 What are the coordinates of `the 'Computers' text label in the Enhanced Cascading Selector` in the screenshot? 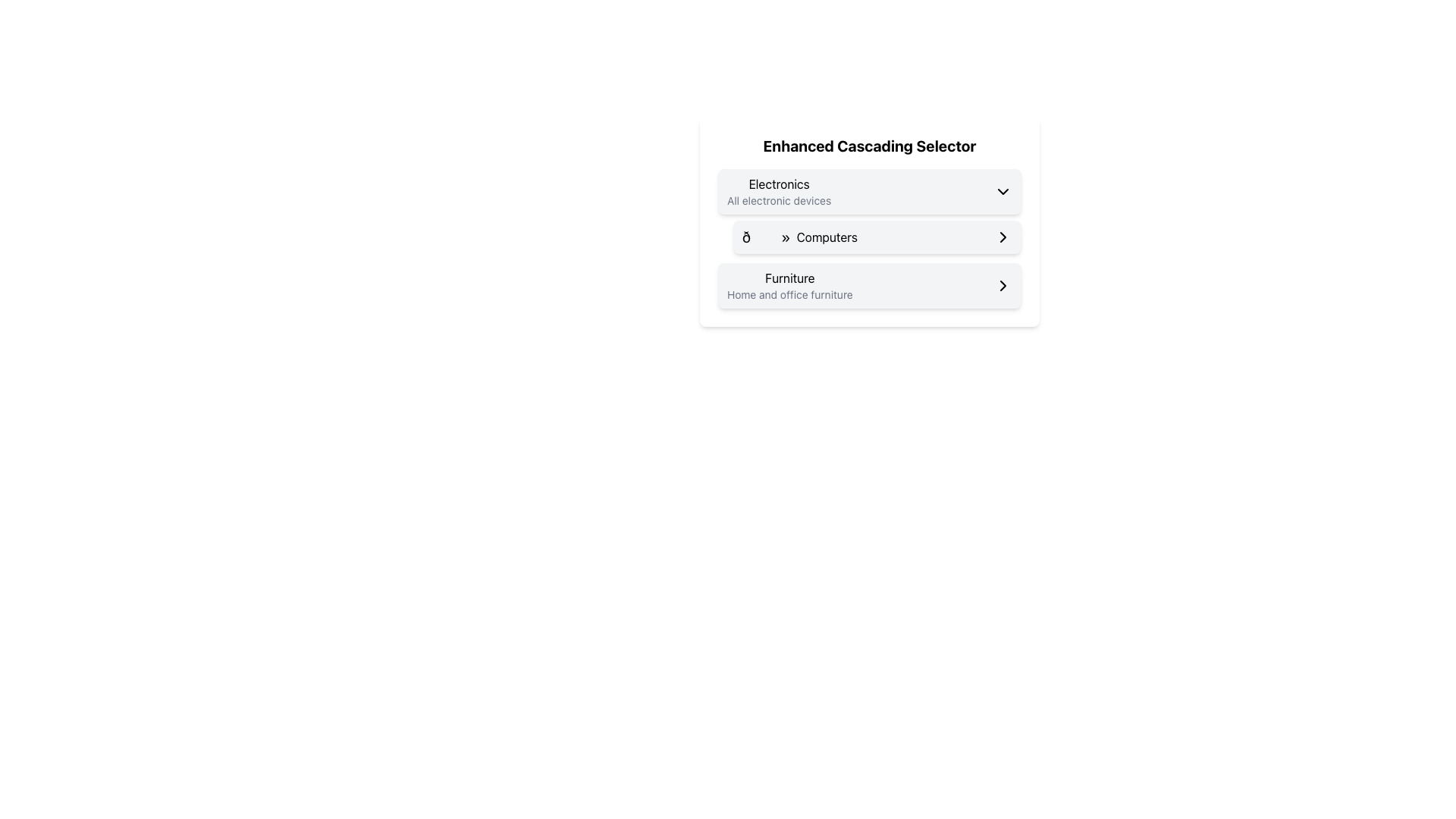 It's located at (826, 237).